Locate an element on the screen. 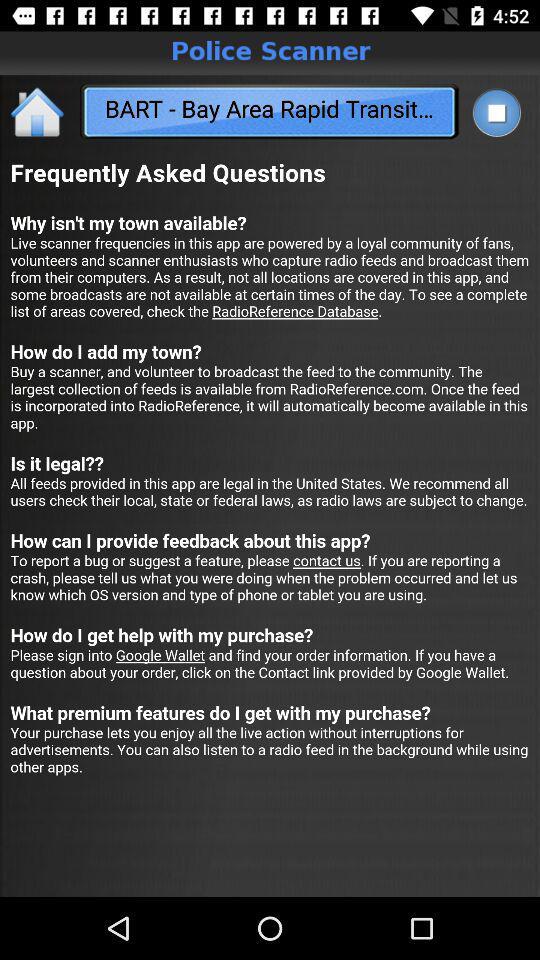  the homepage is located at coordinates (38, 111).